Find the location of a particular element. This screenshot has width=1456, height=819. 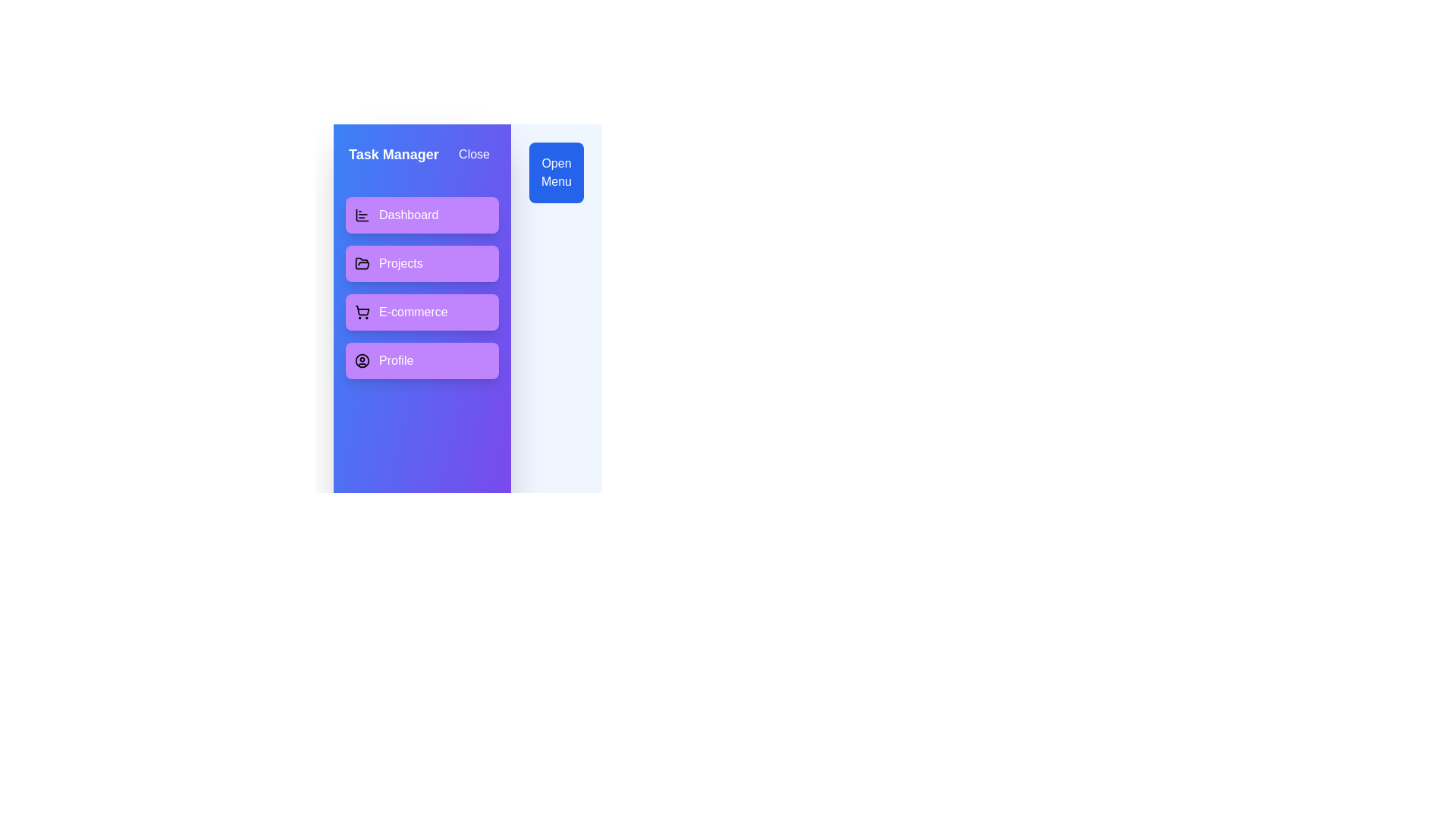

the 'Close' button to close the drawer is located at coordinates (472, 155).